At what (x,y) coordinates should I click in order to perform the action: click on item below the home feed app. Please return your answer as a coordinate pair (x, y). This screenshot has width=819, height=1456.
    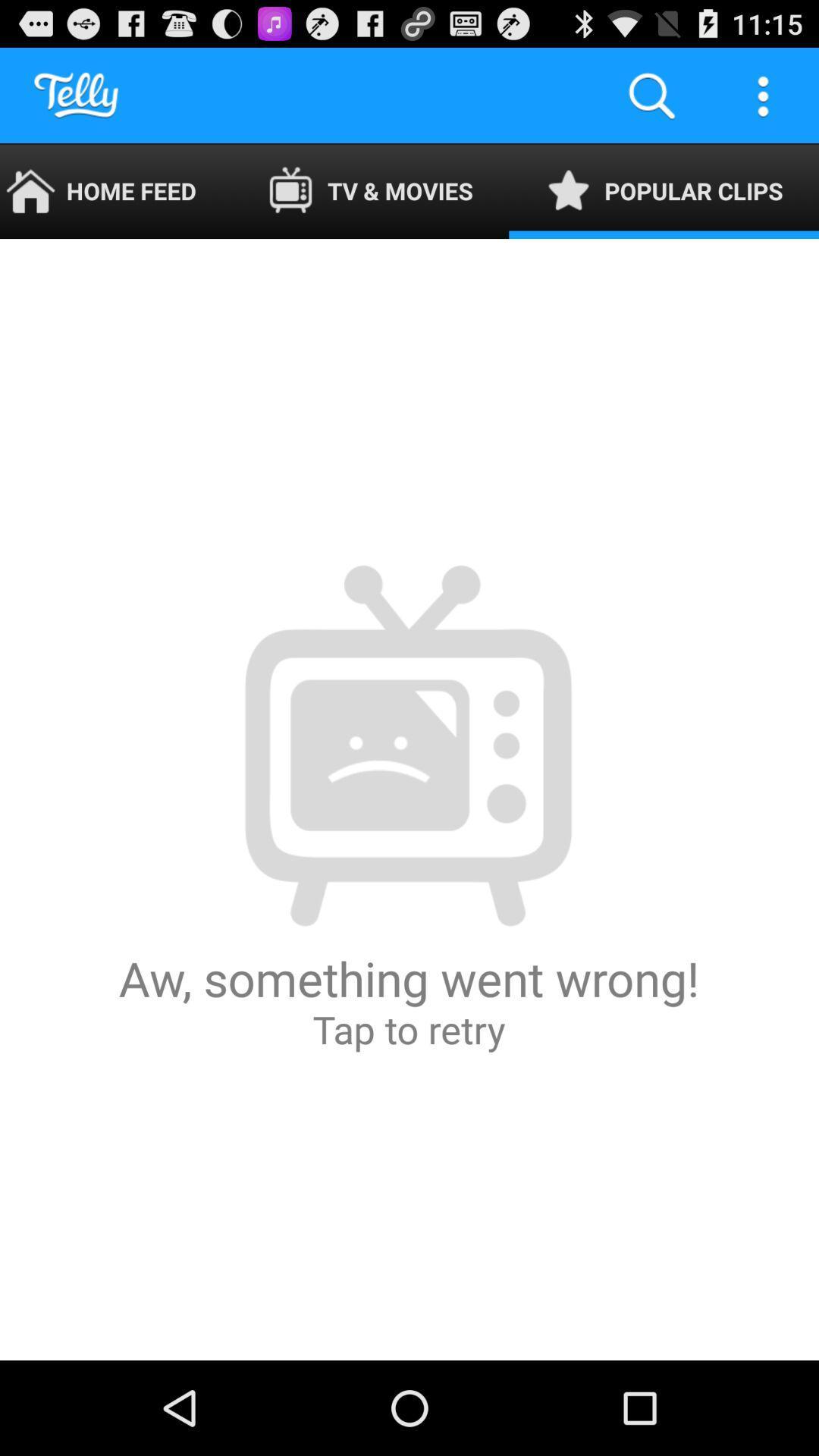
    Looking at the image, I should click on (408, 799).